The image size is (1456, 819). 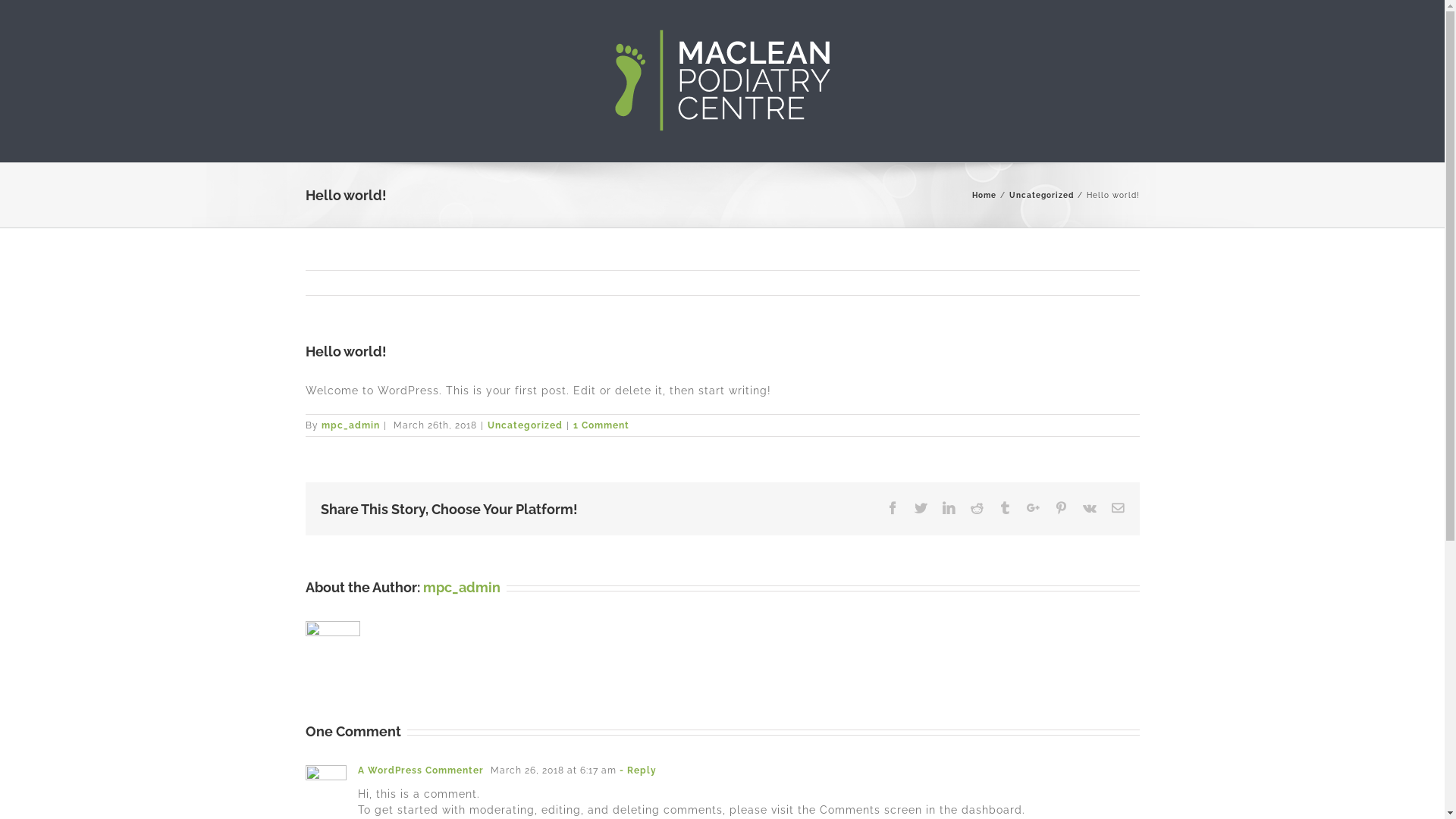 I want to click on 'Vk', so click(x=1088, y=508).